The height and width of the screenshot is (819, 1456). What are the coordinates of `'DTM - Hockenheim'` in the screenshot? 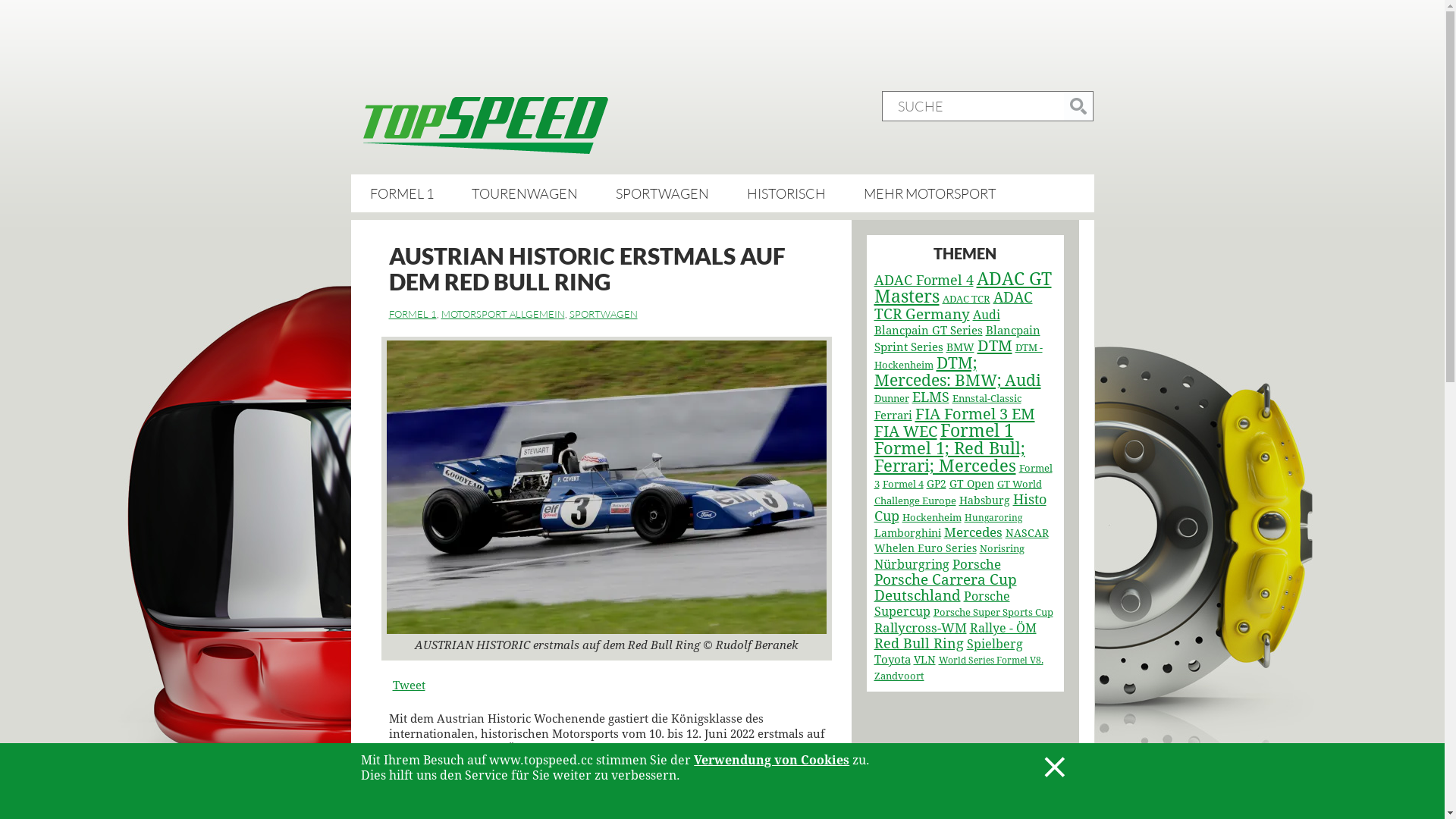 It's located at (956, 356).